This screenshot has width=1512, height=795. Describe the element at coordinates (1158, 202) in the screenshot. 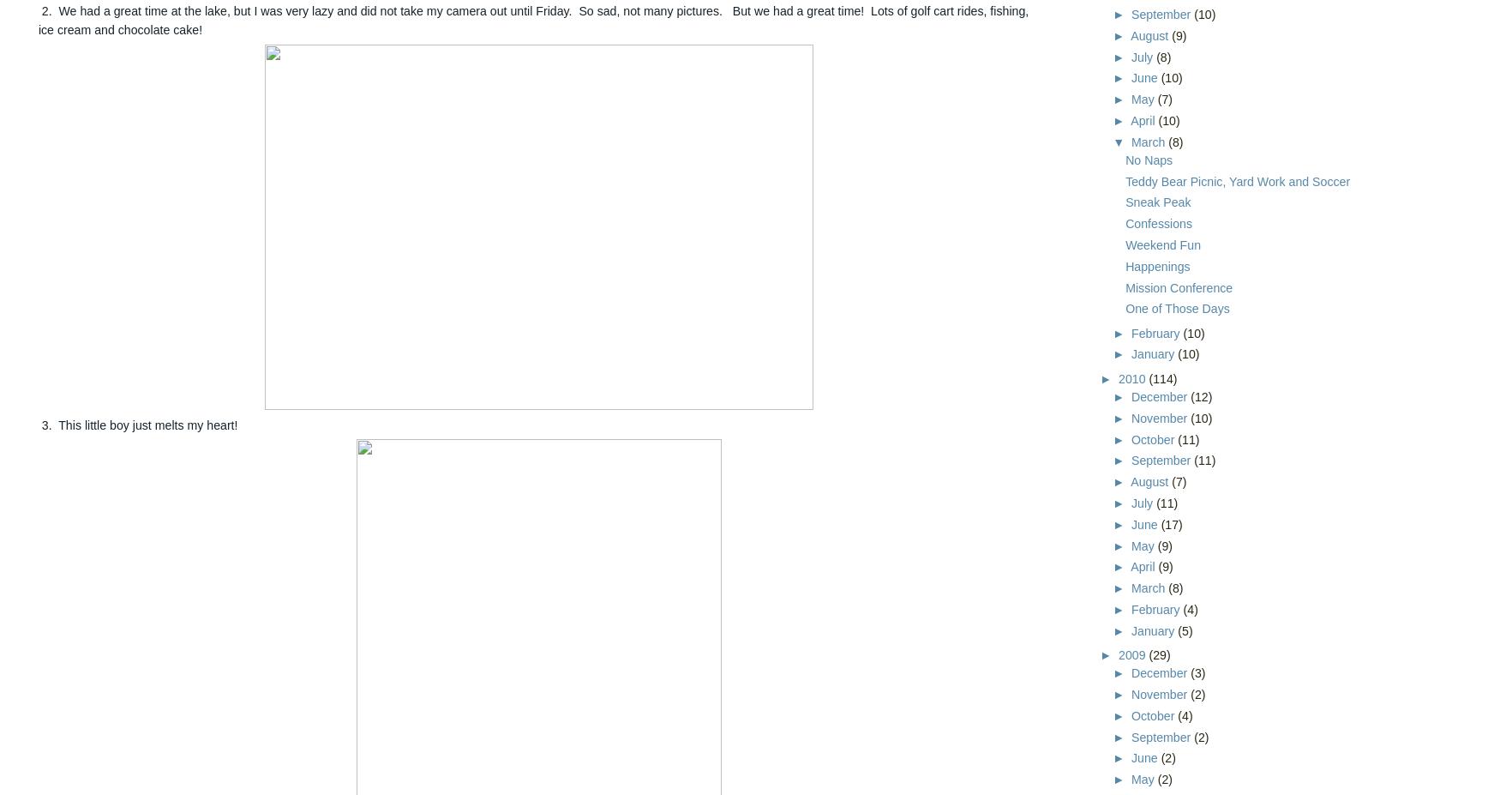

I see `'Sneak Peak'` at that location.